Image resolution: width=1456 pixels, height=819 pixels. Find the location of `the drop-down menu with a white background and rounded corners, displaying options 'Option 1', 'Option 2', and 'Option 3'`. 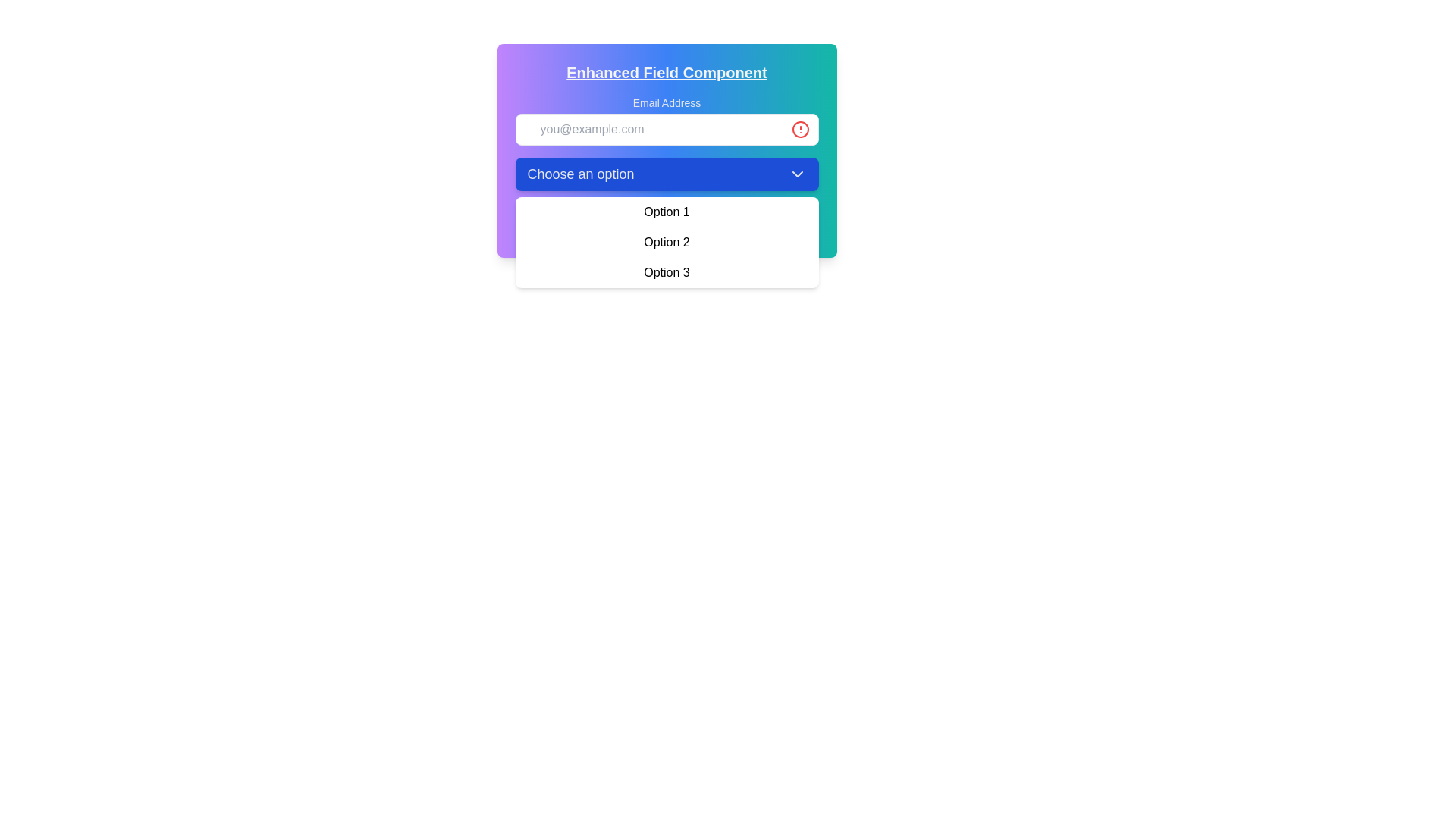

the drop-down menu with a white background and rounded corners, displaying options 'Option 1', 'Option 2', and 'Option 3' is located at coordinates (667, 242).